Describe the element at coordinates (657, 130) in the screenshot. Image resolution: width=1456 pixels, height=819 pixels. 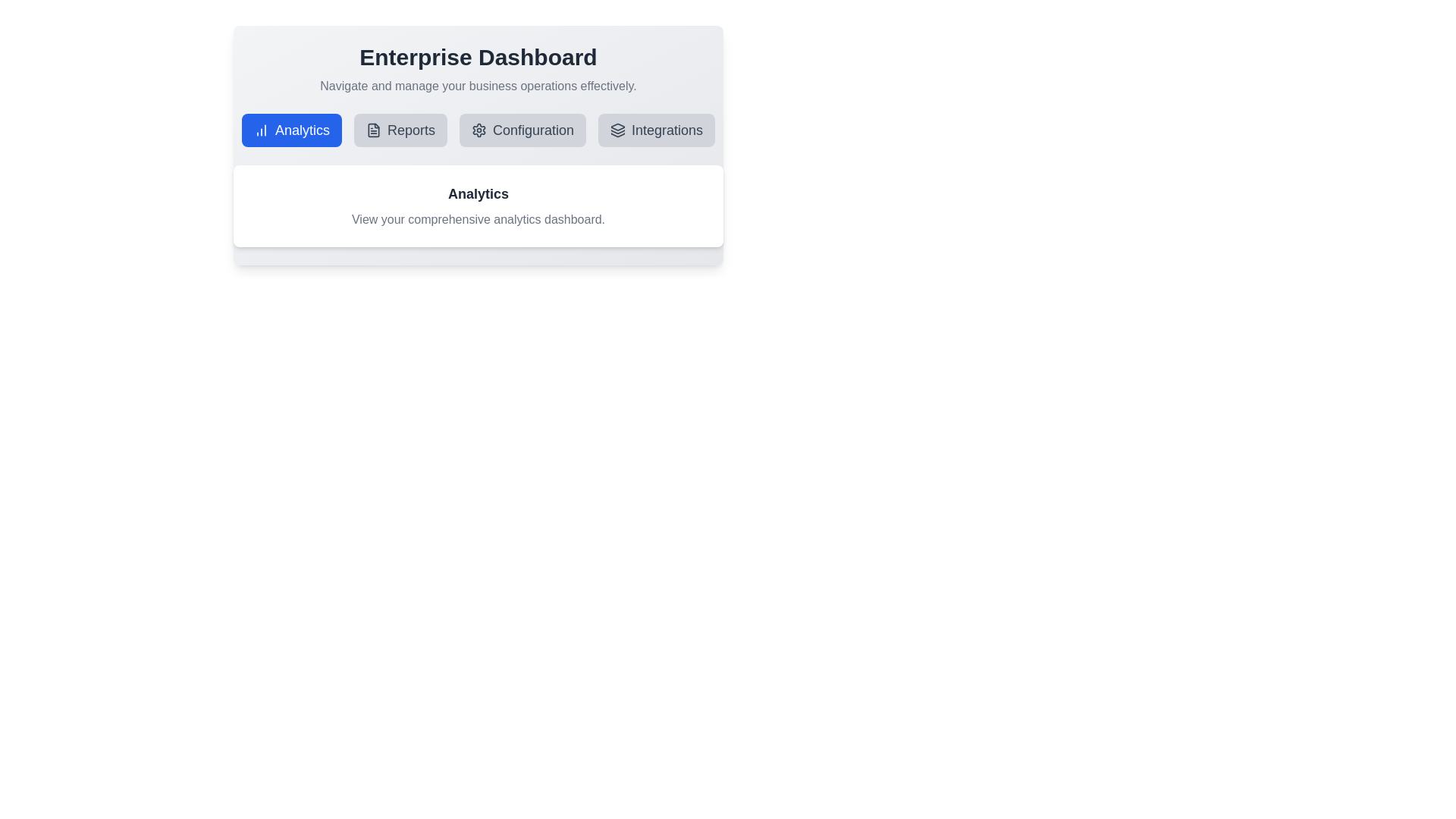
I see `the tab labeled Integrations` at that location.